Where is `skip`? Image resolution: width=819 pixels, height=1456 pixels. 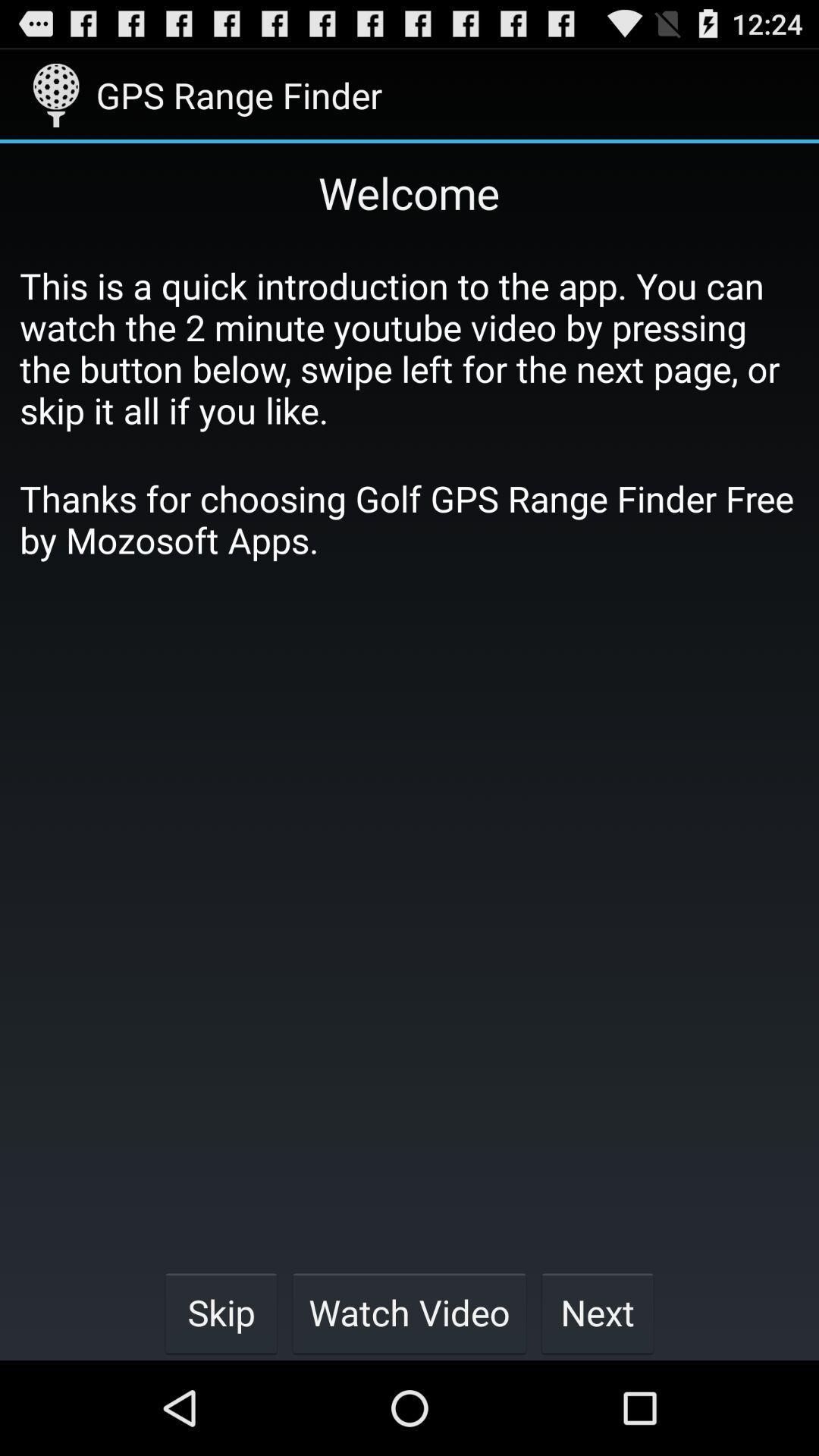 skip is located at coordinates (221, 1312).